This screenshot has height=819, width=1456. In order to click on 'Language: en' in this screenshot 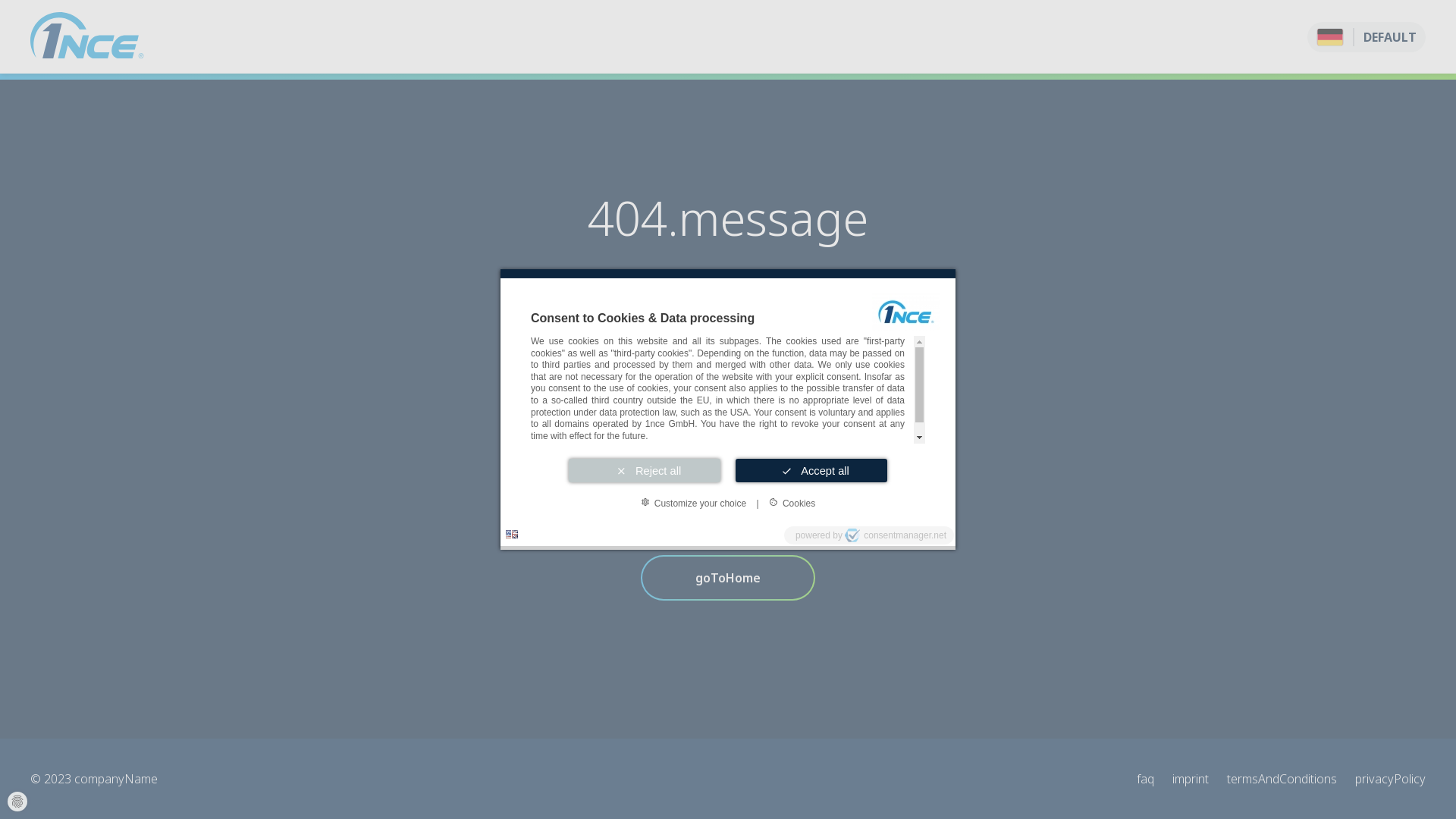, I will do `click(512, 533)`.